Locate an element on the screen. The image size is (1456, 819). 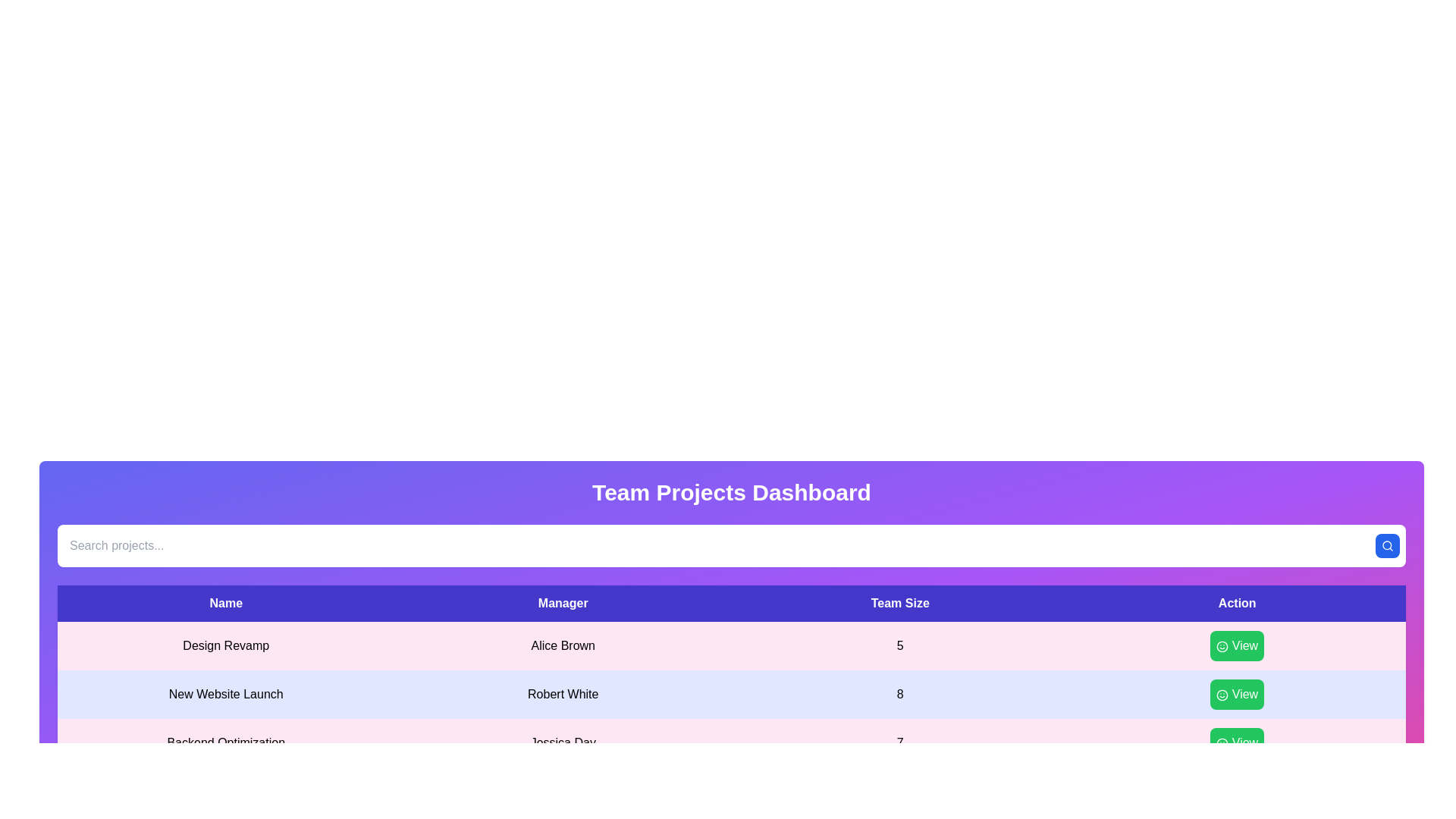
the text label indicating the project name in the first column of the striped table, aligned with 'Alice Brown' and '5' is located at coordinates (225, 646).